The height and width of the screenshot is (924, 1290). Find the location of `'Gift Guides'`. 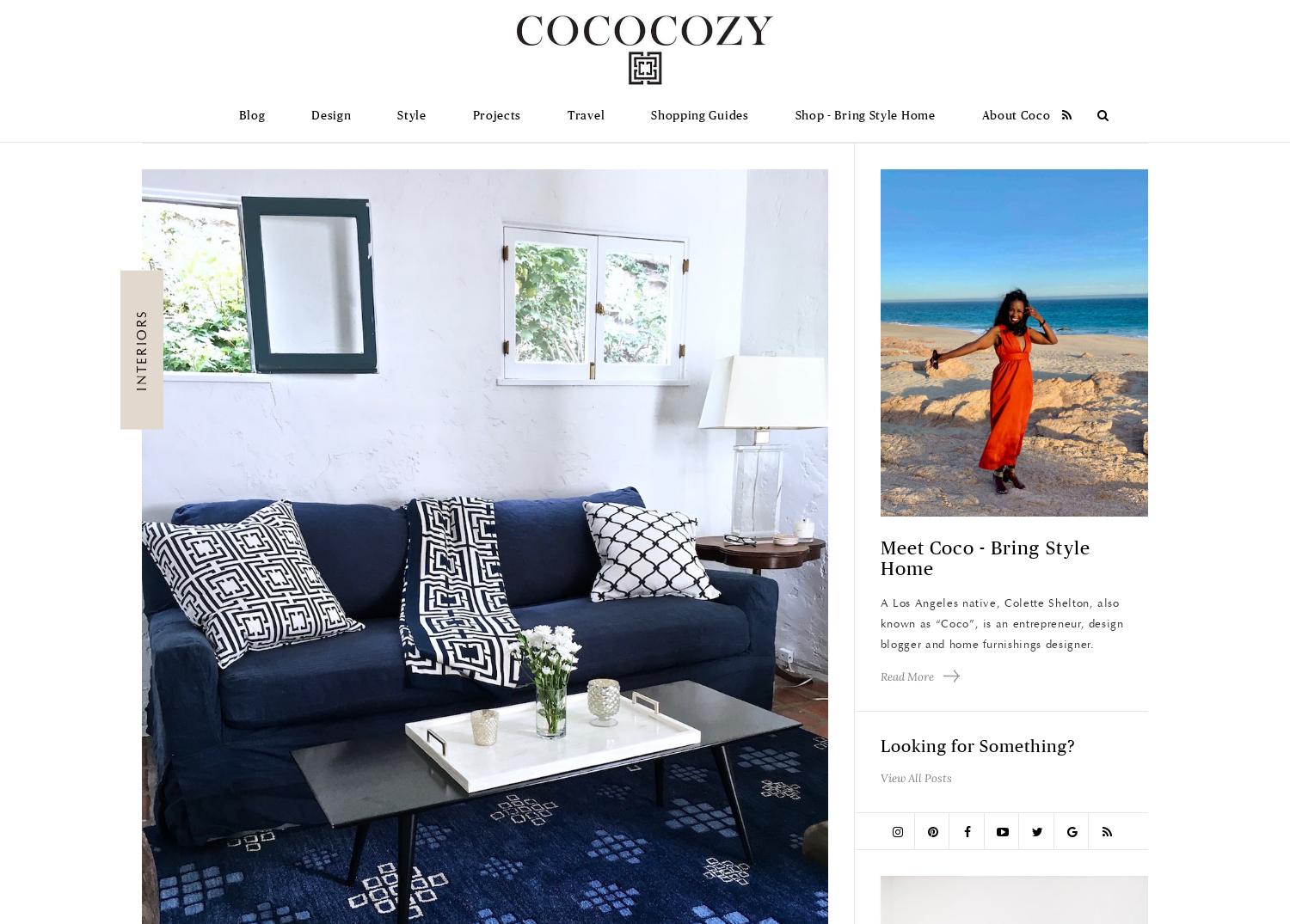

'Gift Guides' is located at coordinates (696, 162).